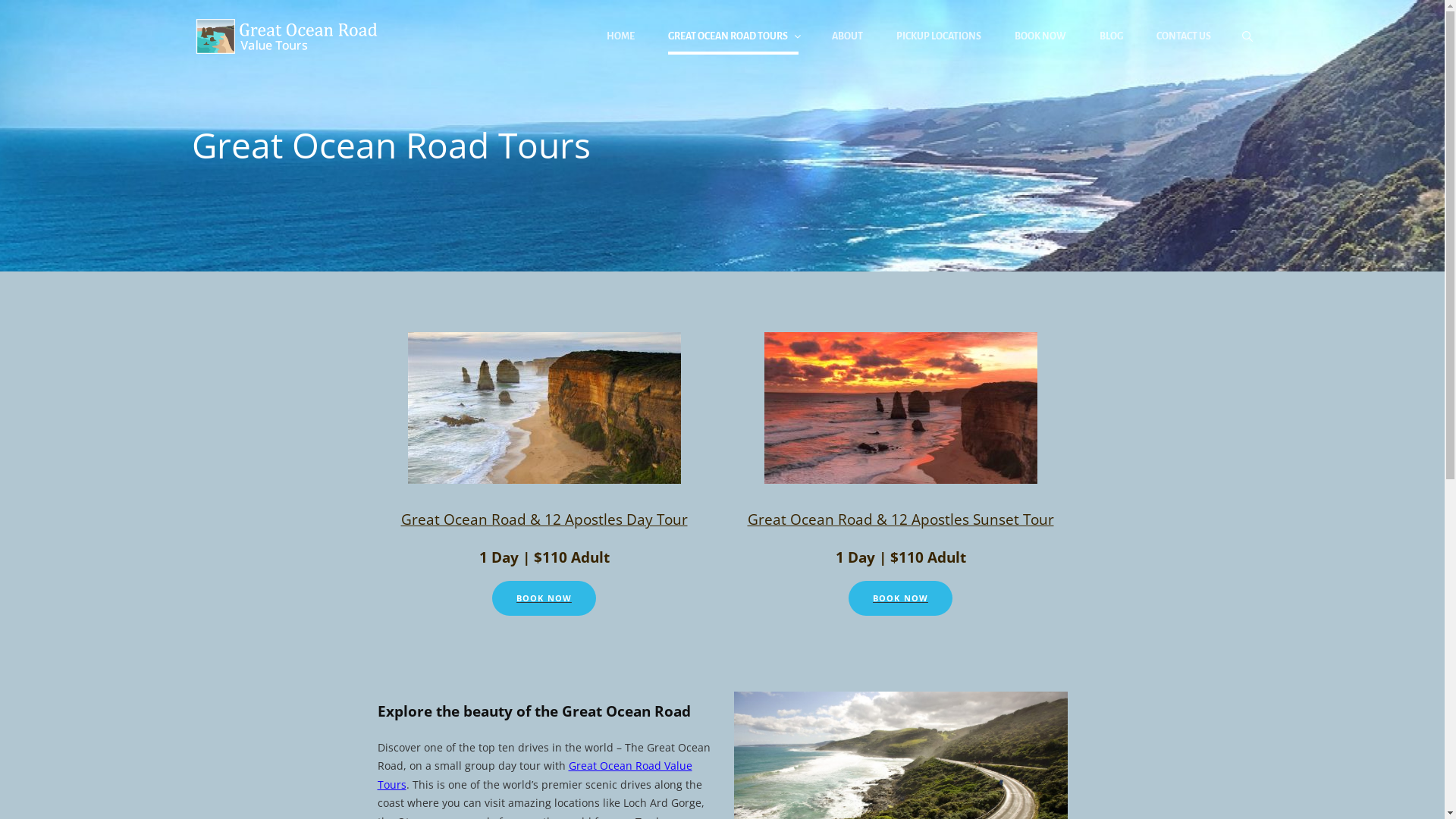 This screenshot has width=1456, height=819. What do you see at coordinates (544, 598) in the screenshot?
I see `'BOOK NOW'` at bounding box center [544, 598].